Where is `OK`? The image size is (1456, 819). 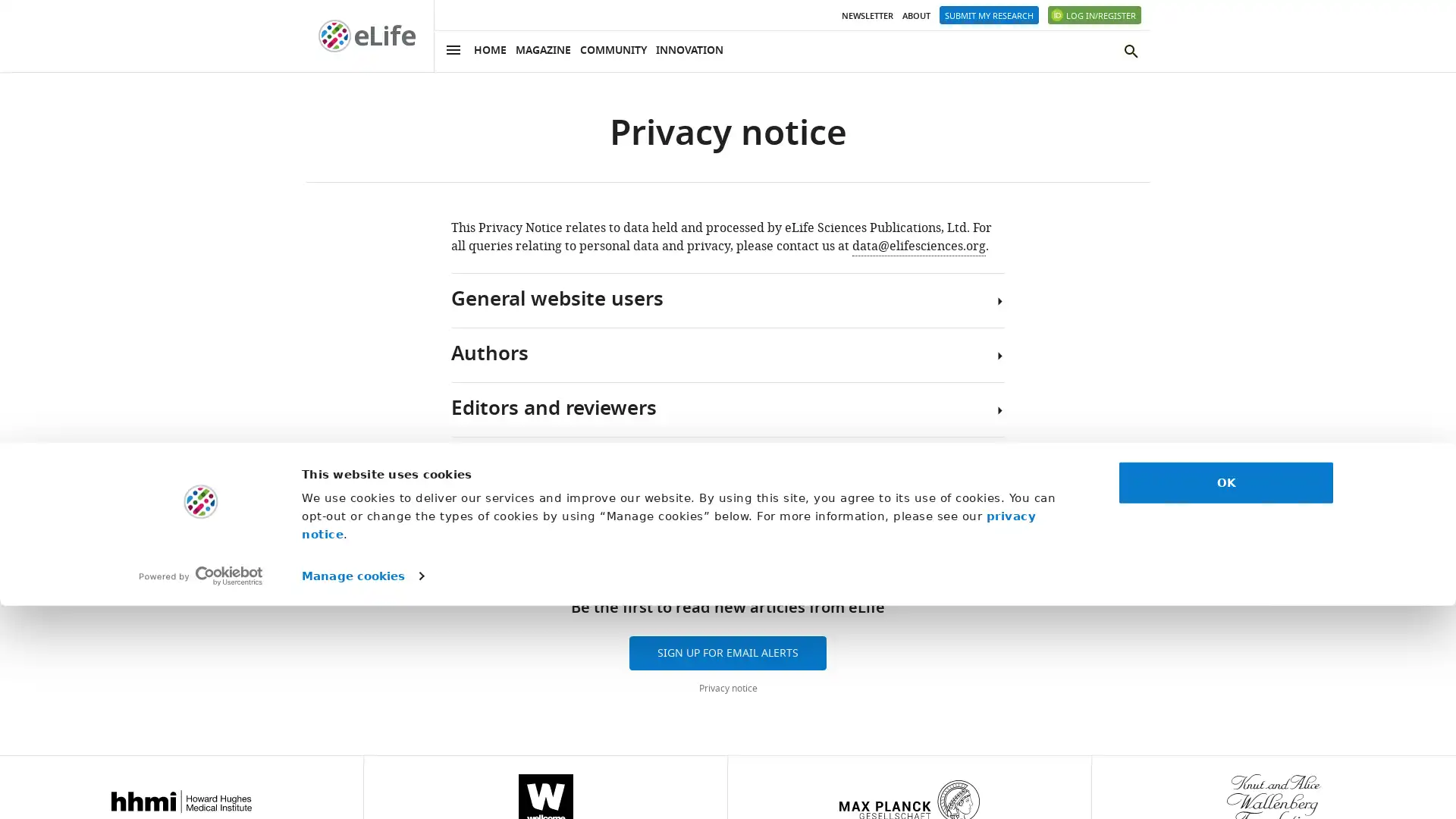 OK is located at coordinates (1226, 695).